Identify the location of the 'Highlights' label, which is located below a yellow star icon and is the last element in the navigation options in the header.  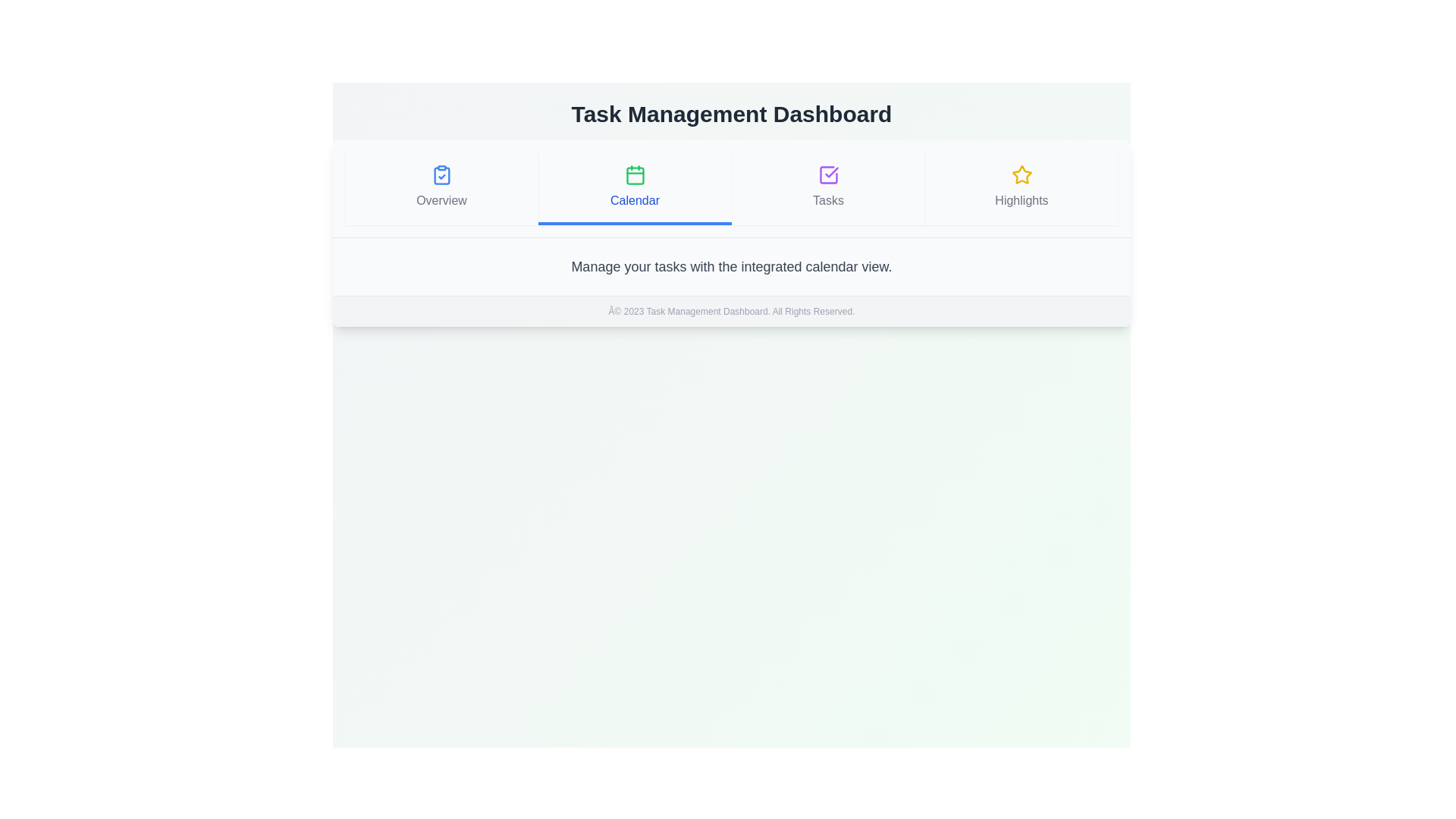
(1021, 200).